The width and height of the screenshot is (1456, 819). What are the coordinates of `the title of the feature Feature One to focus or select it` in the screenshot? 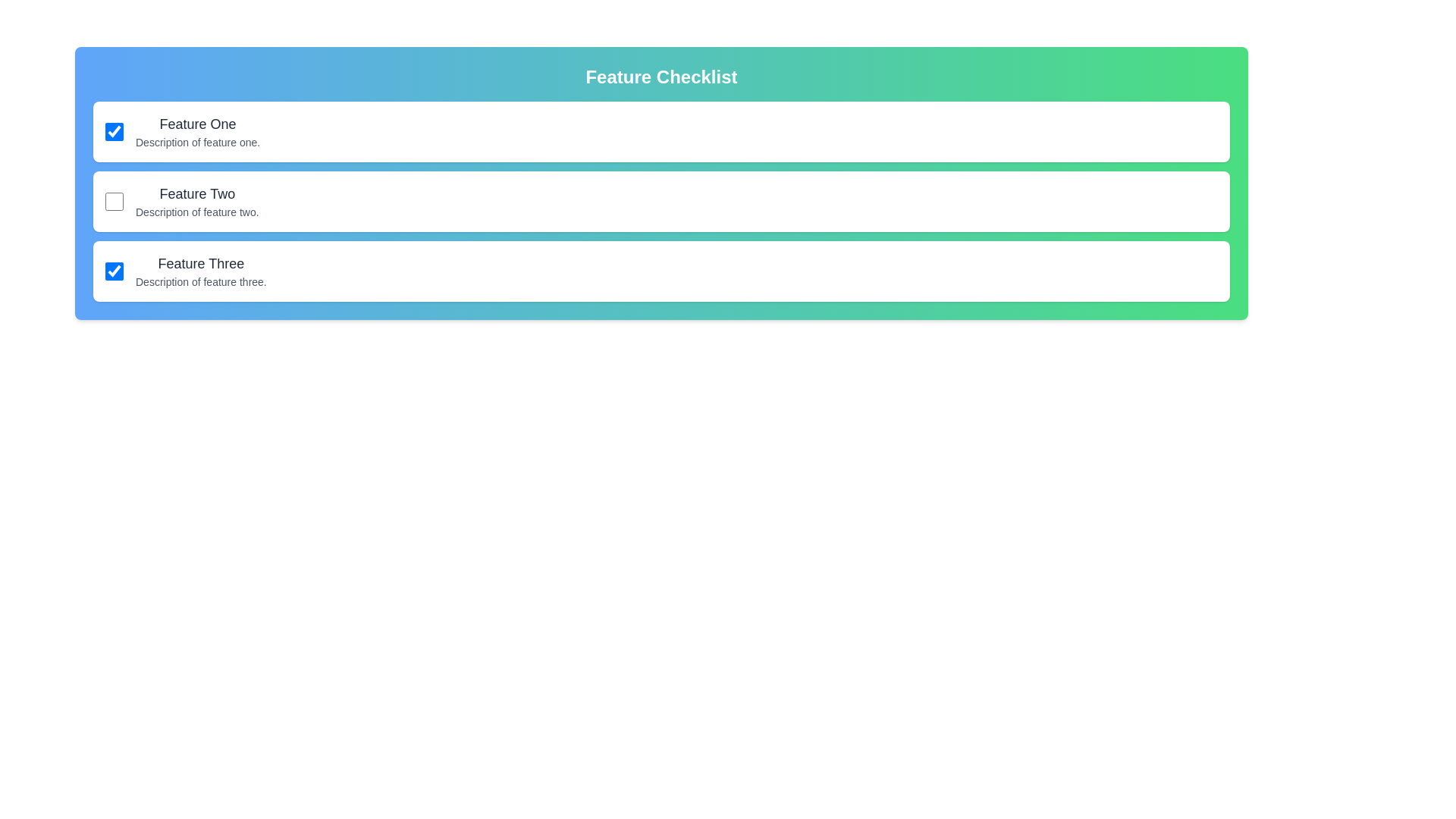 It's located at (196, 124).